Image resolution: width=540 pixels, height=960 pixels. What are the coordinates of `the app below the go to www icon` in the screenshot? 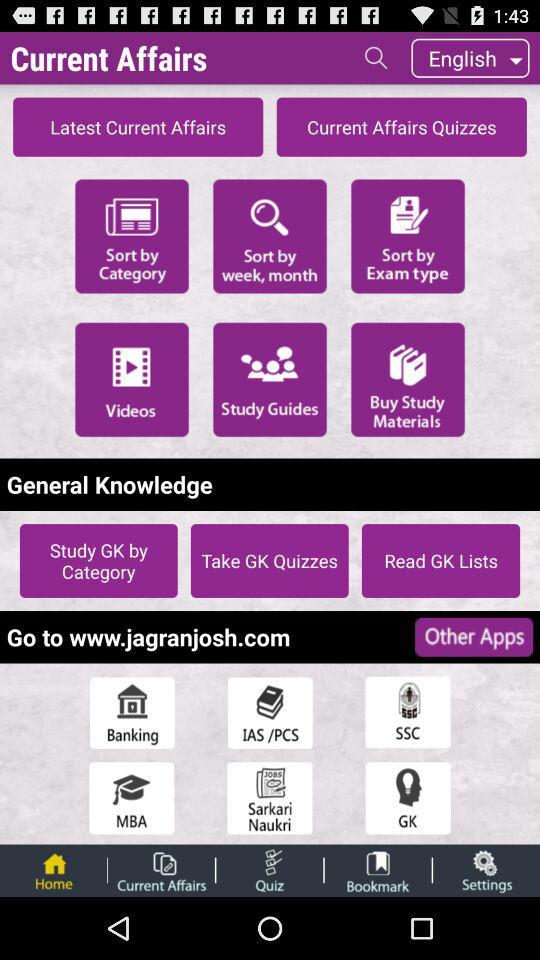 It's located at (270, 712).